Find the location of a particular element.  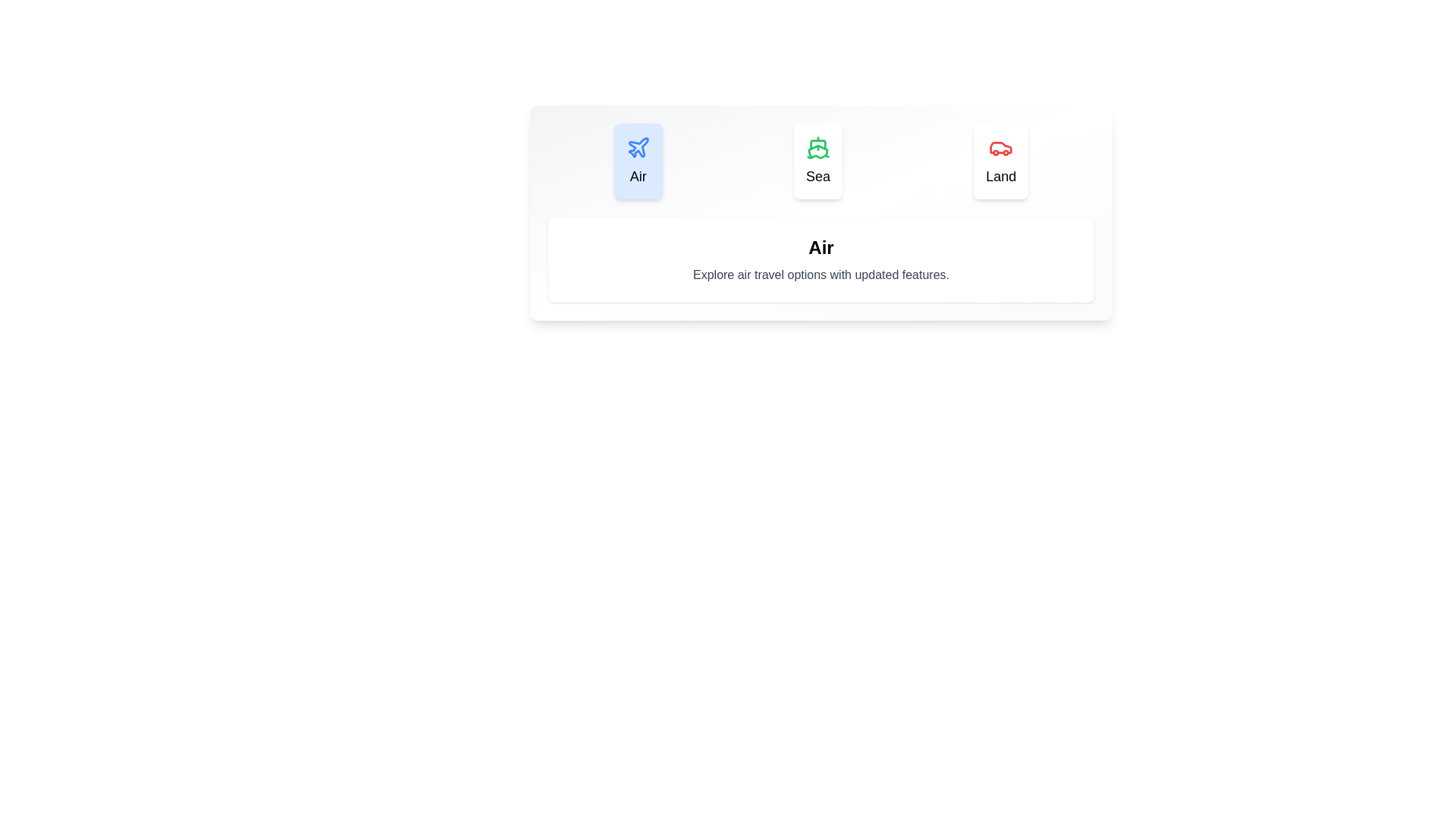

the button corresponding to the selected mode of transportation: Sea is located at coordinates (817, 161).